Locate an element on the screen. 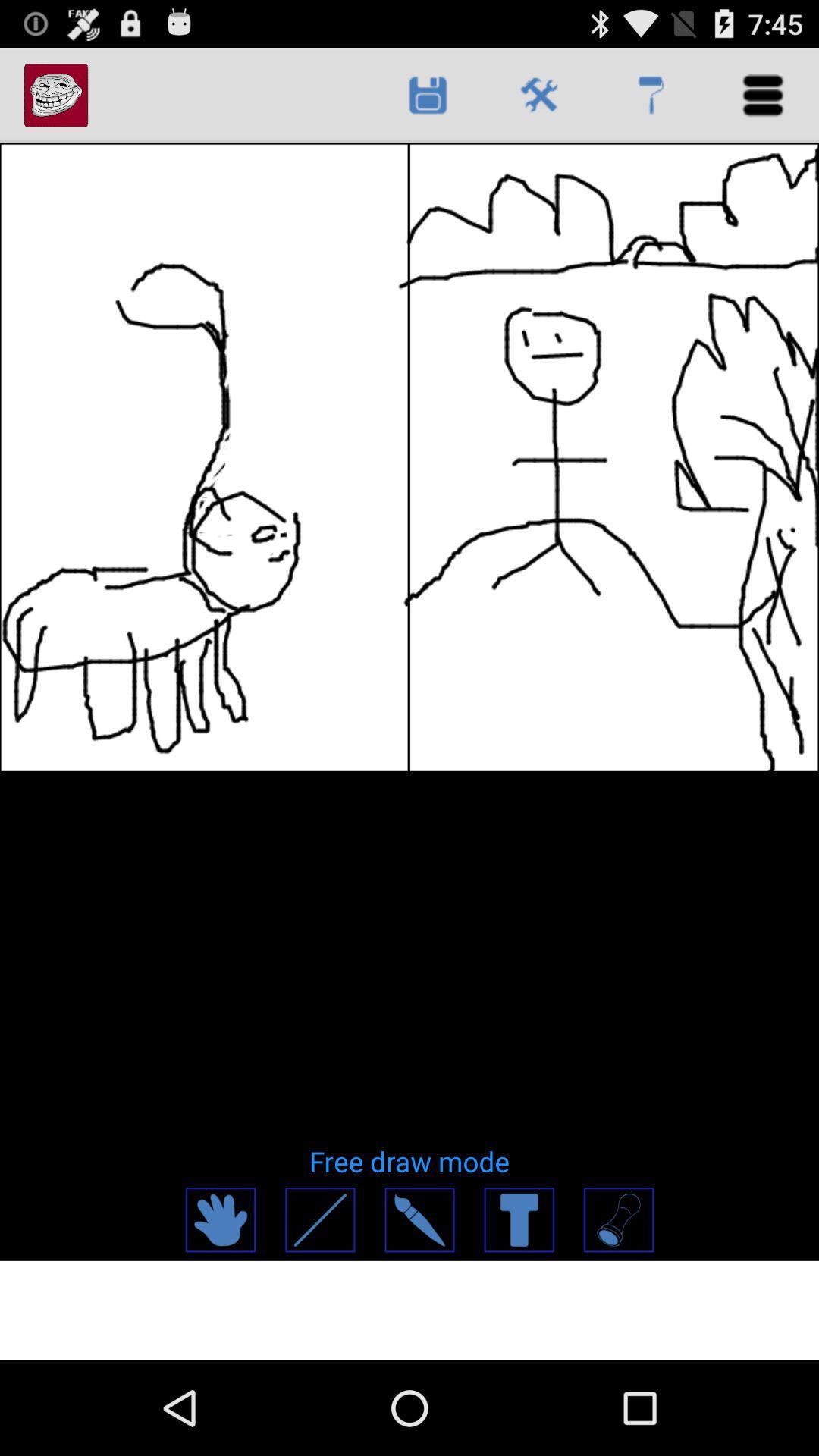 The height and width of the screenshot is (1456, 819). line is located at coordinates (318, 1219).